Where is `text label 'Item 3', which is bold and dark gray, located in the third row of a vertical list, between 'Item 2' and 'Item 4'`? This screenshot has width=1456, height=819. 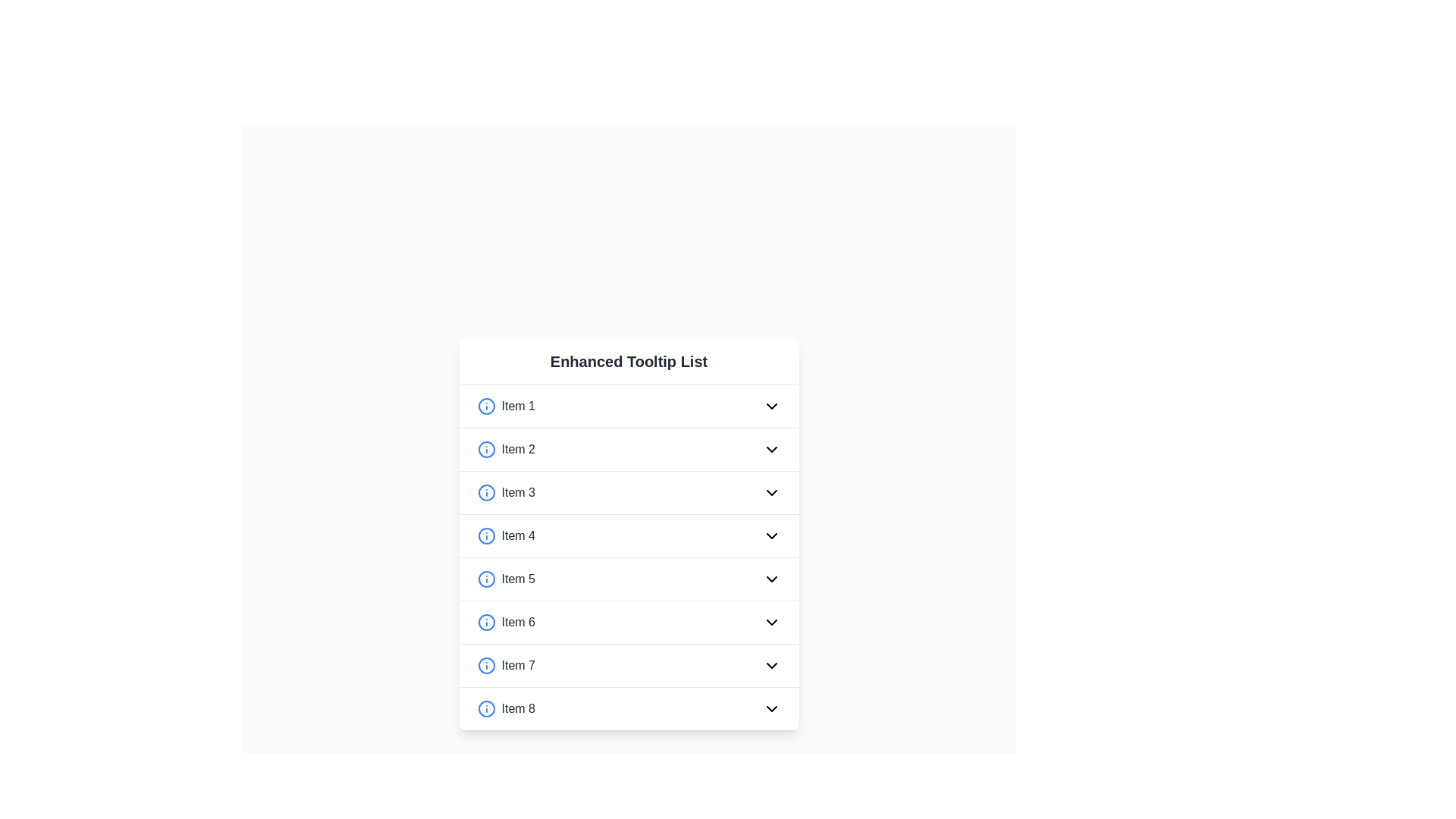 text label 'Item 3', which is bold and dark gray, located in the third row of a vertical list, between 'Item 2' and 'Item 4' is located at coordinates (518, 493).